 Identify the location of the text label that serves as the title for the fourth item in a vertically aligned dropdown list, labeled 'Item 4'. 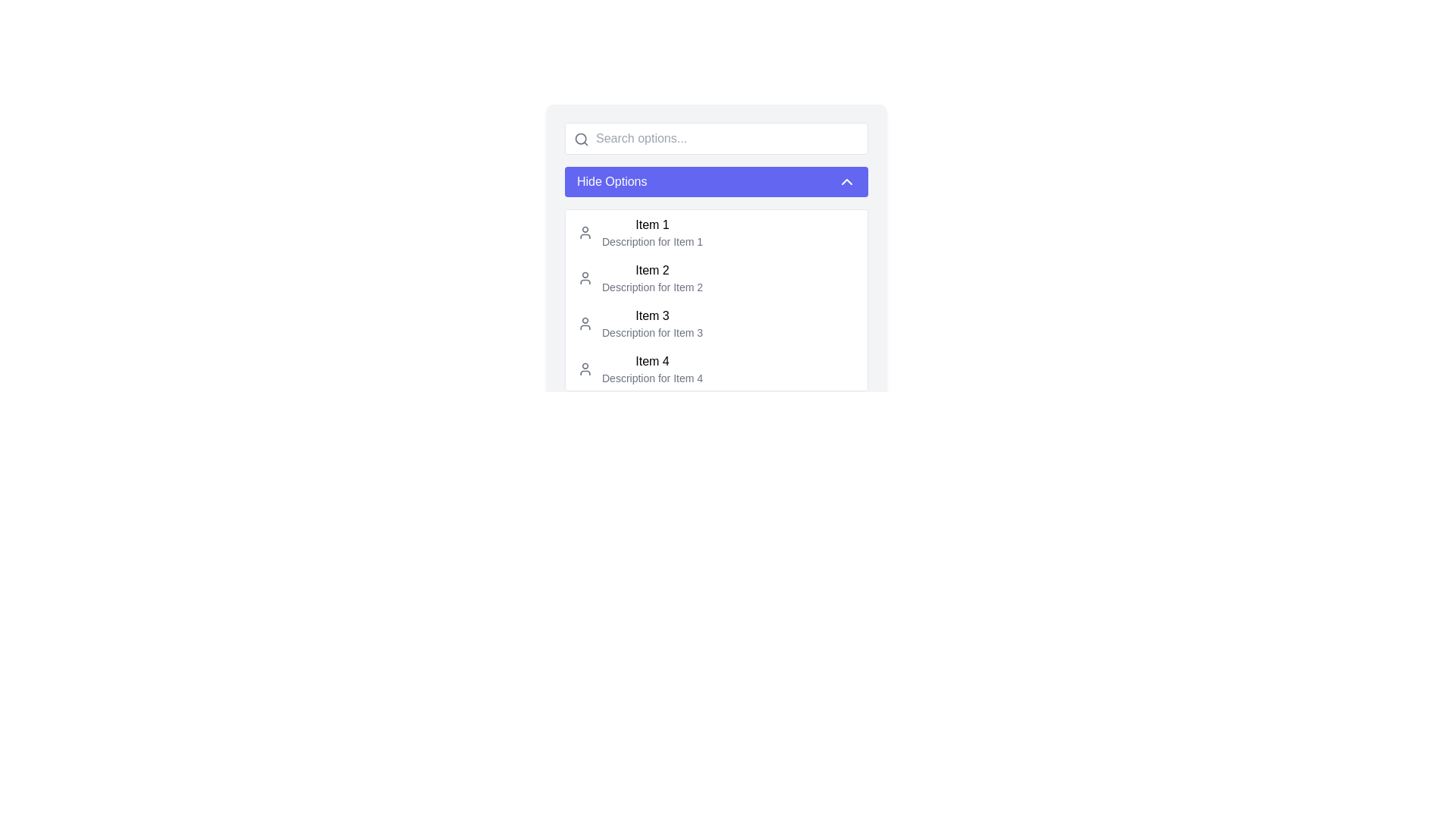
(652, 362).